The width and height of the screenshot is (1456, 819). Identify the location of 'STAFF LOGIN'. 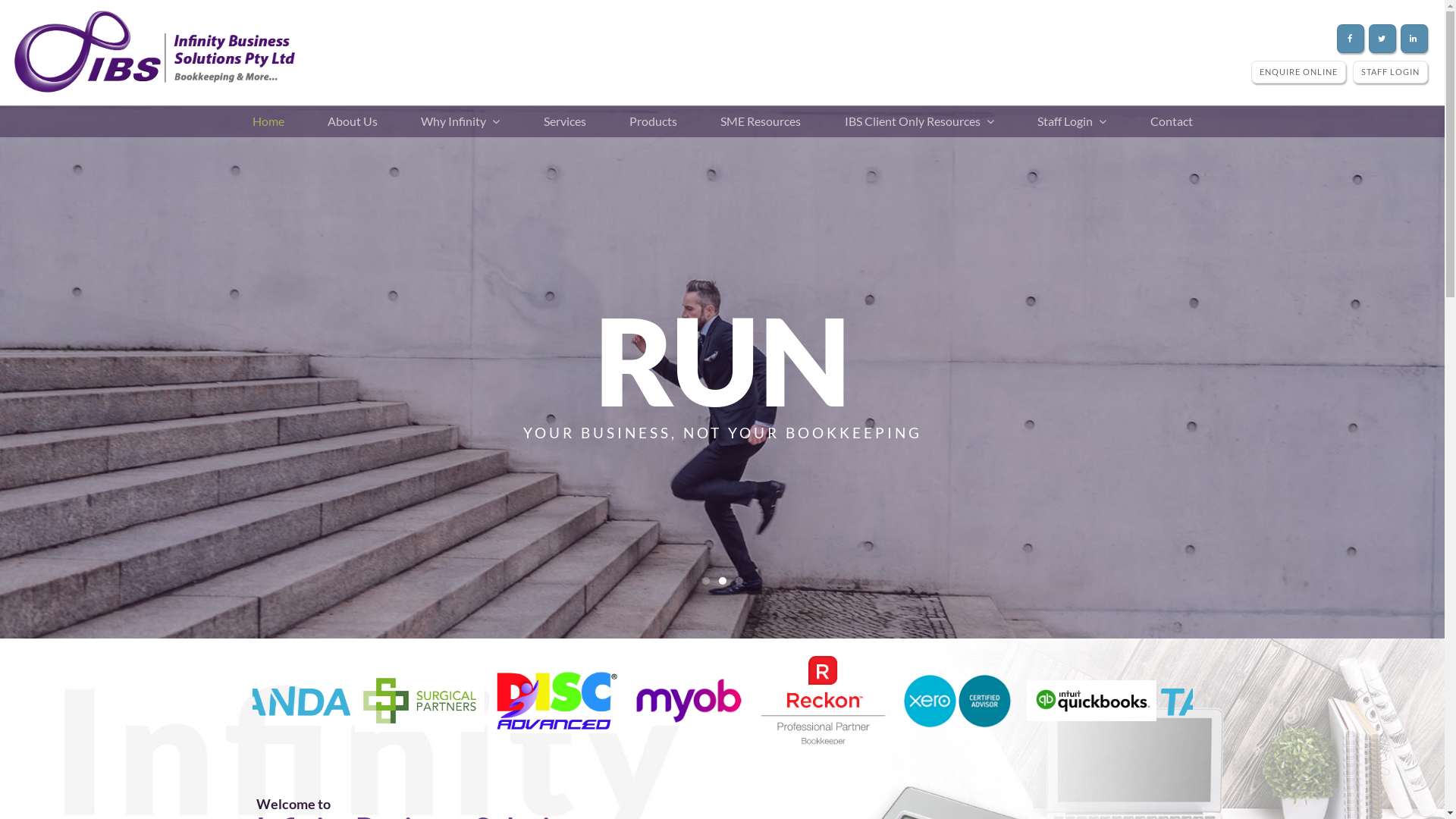
(1353, 71).